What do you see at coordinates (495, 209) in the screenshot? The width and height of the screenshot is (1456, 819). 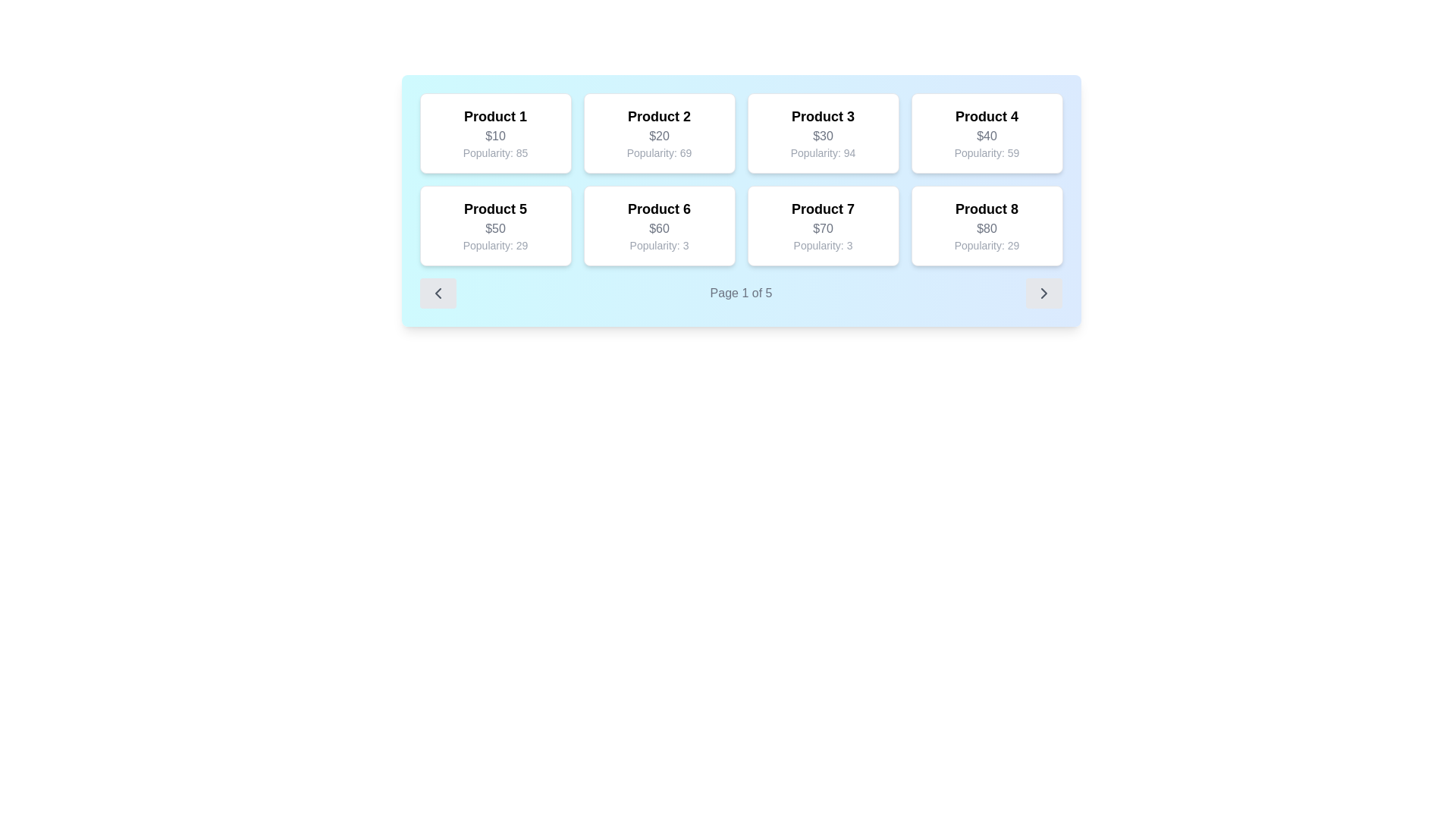 I see `the text label displaying 'Product 5'` at bounding box center [495, 209].